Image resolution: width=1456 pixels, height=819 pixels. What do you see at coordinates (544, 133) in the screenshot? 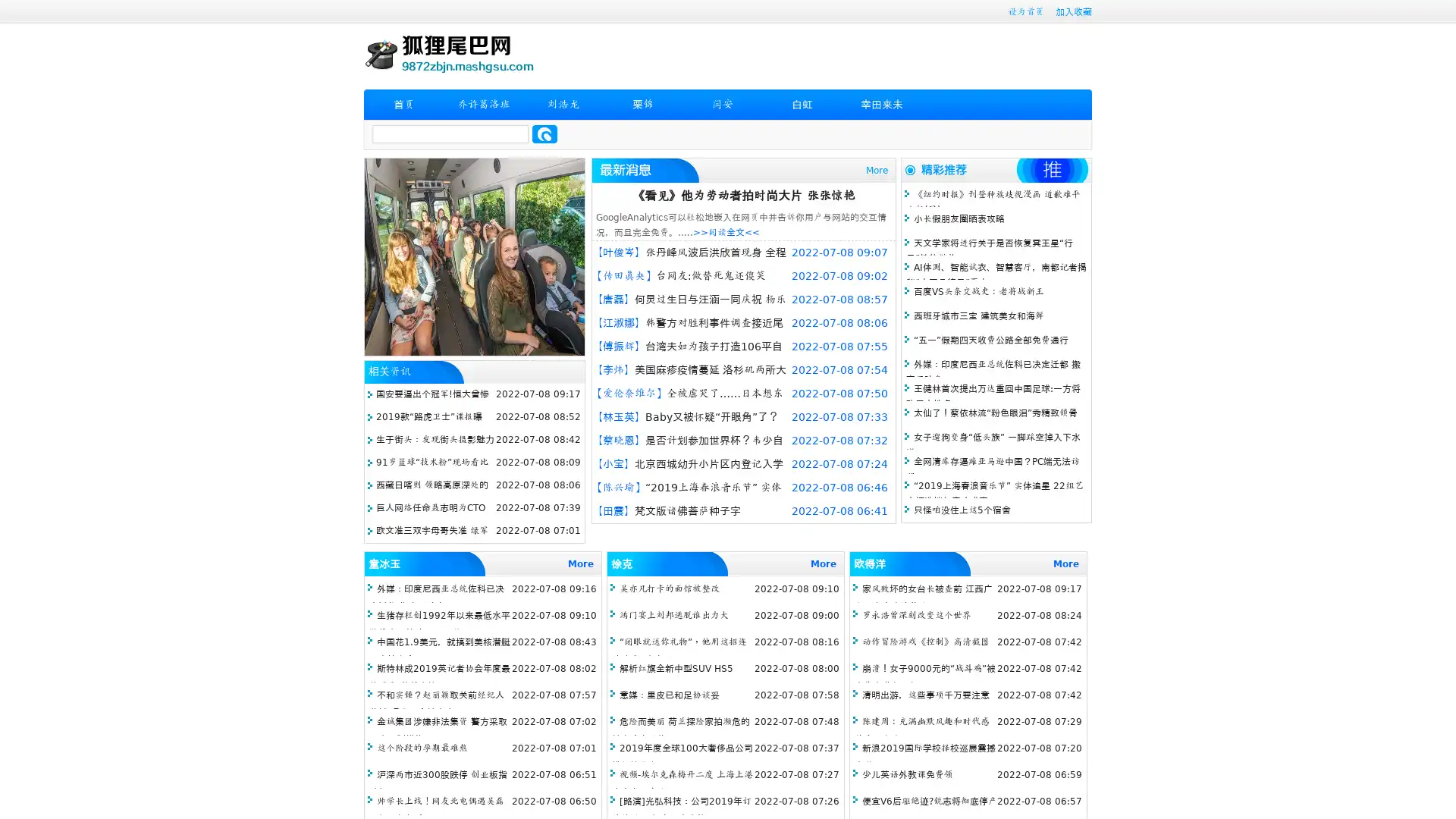
I see `Search` at bounding box center [544, 133].